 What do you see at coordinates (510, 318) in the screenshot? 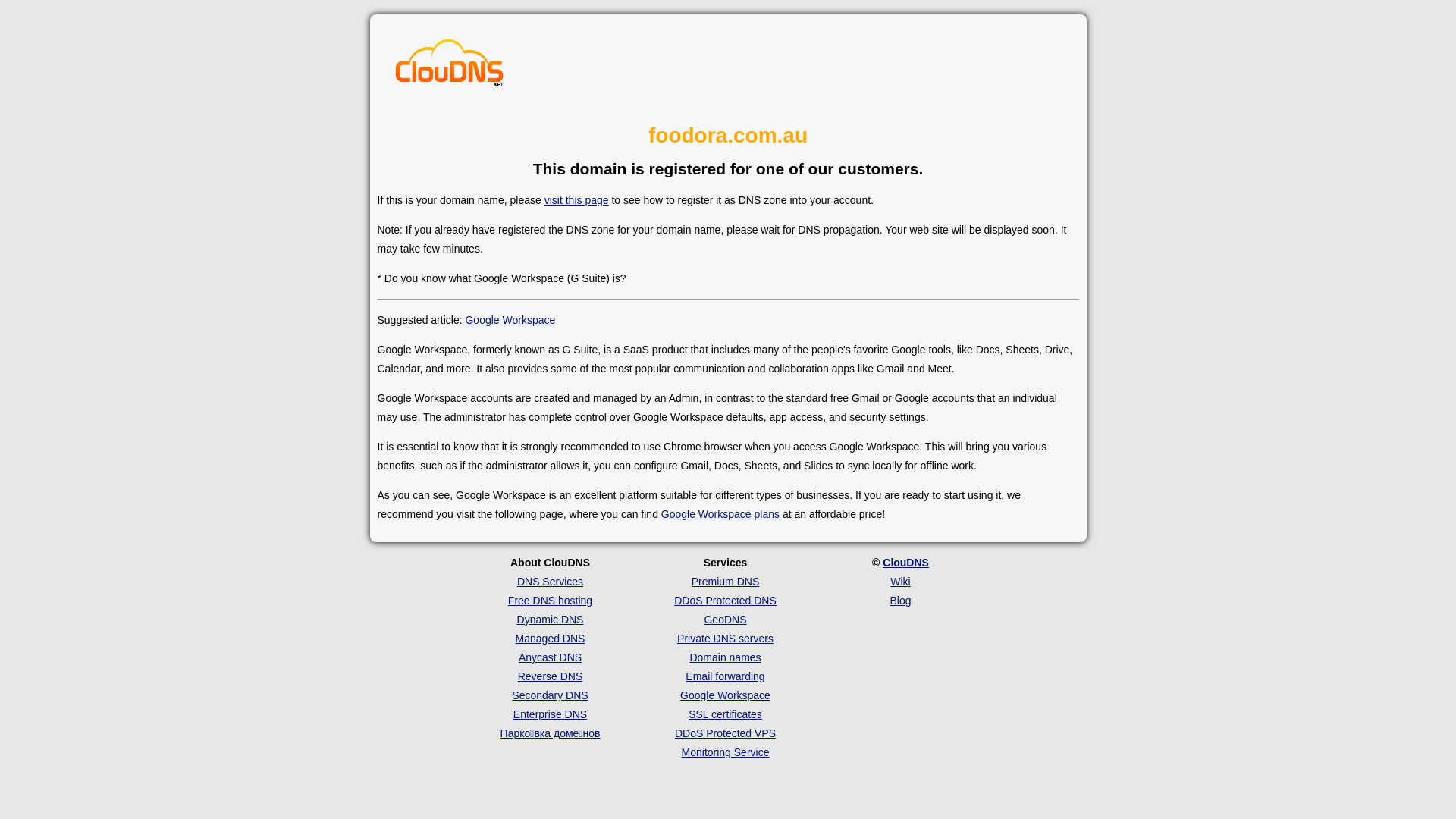
I see `'Google Workspace'` at bounding box center [510, 318].